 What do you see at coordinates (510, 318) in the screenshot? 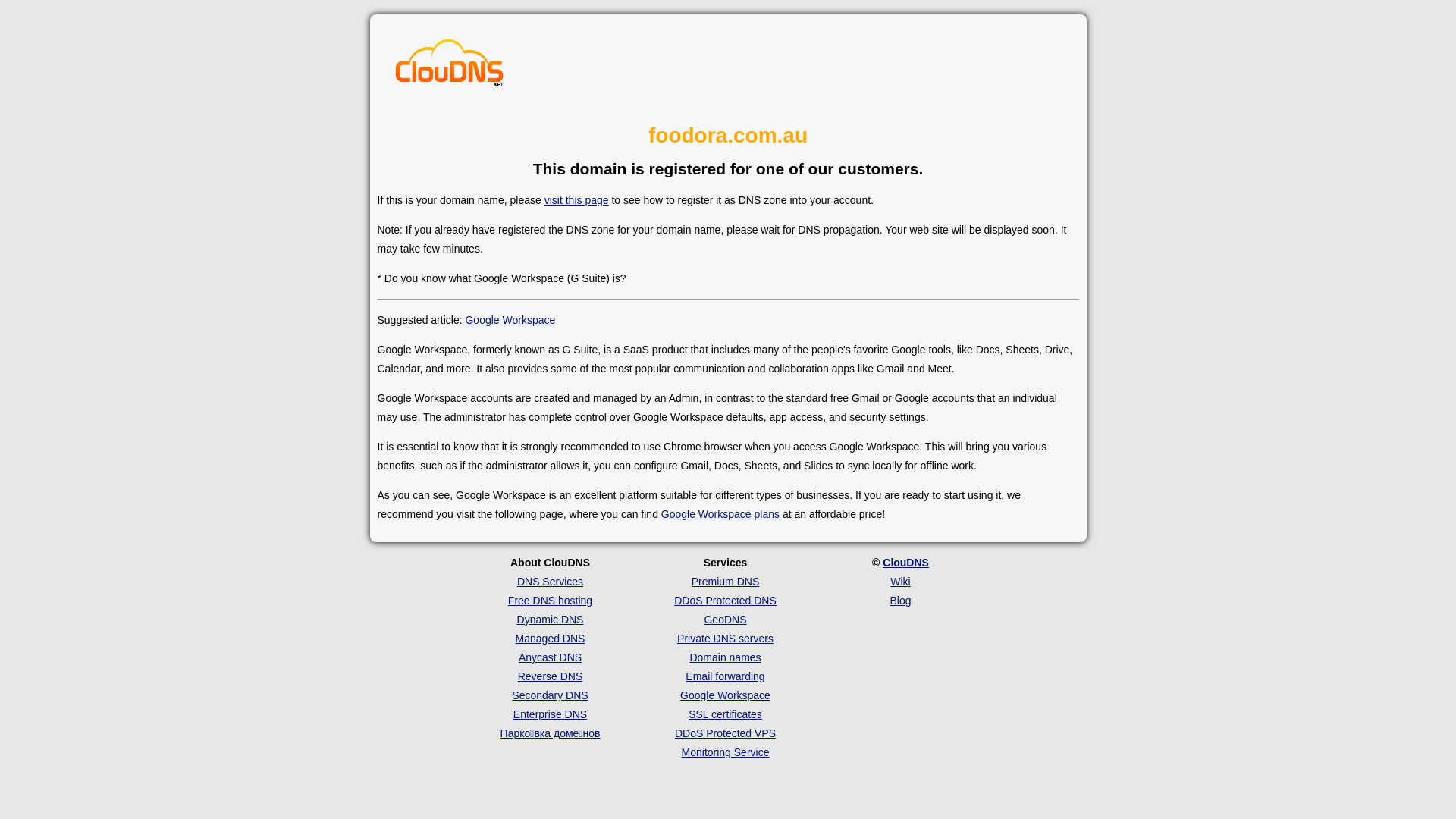
I see `'Google Workspace'` at bounding box center [510, 318].